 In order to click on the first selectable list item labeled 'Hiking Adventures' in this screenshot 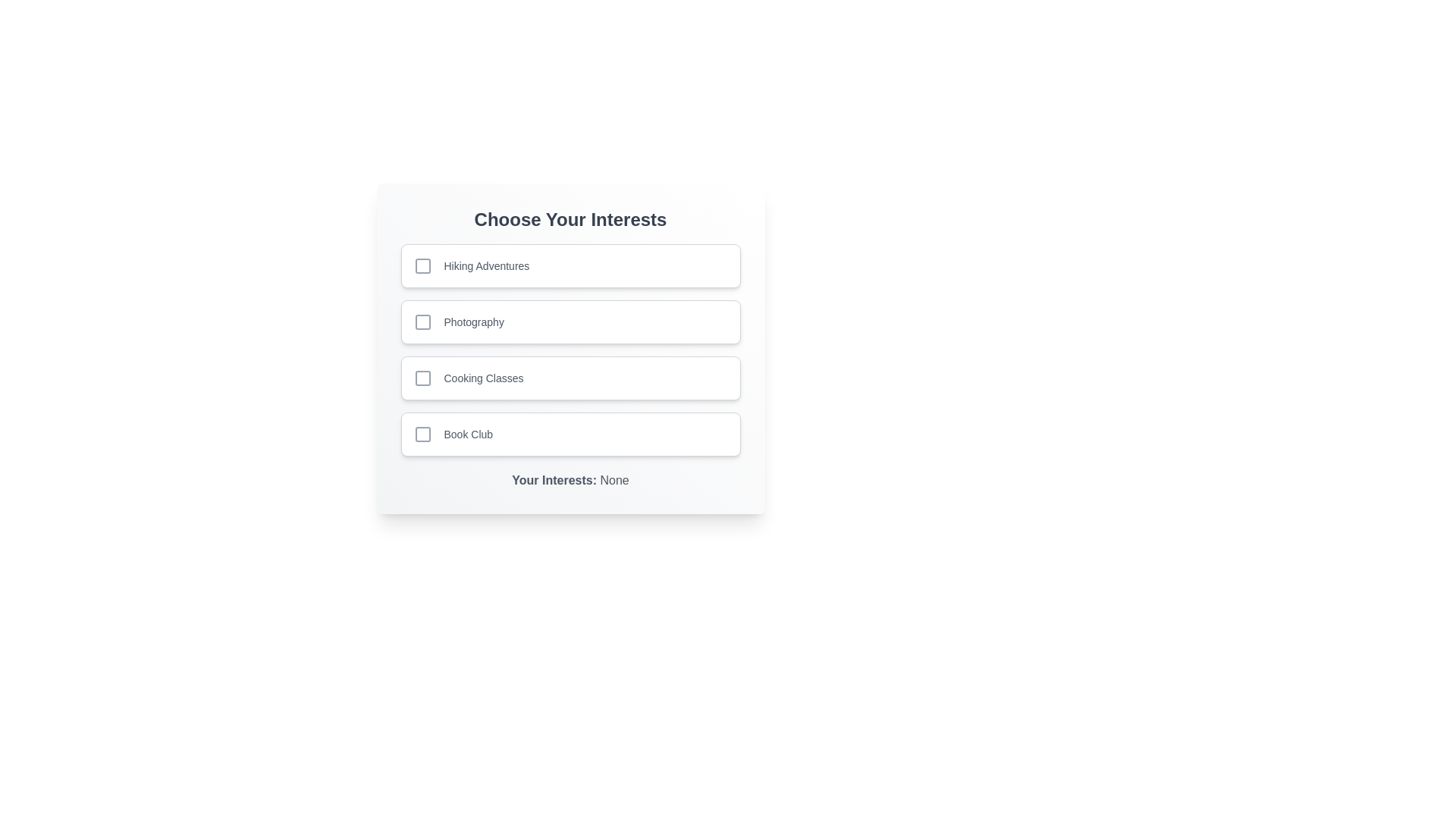, I will do `click(570, 265)`.